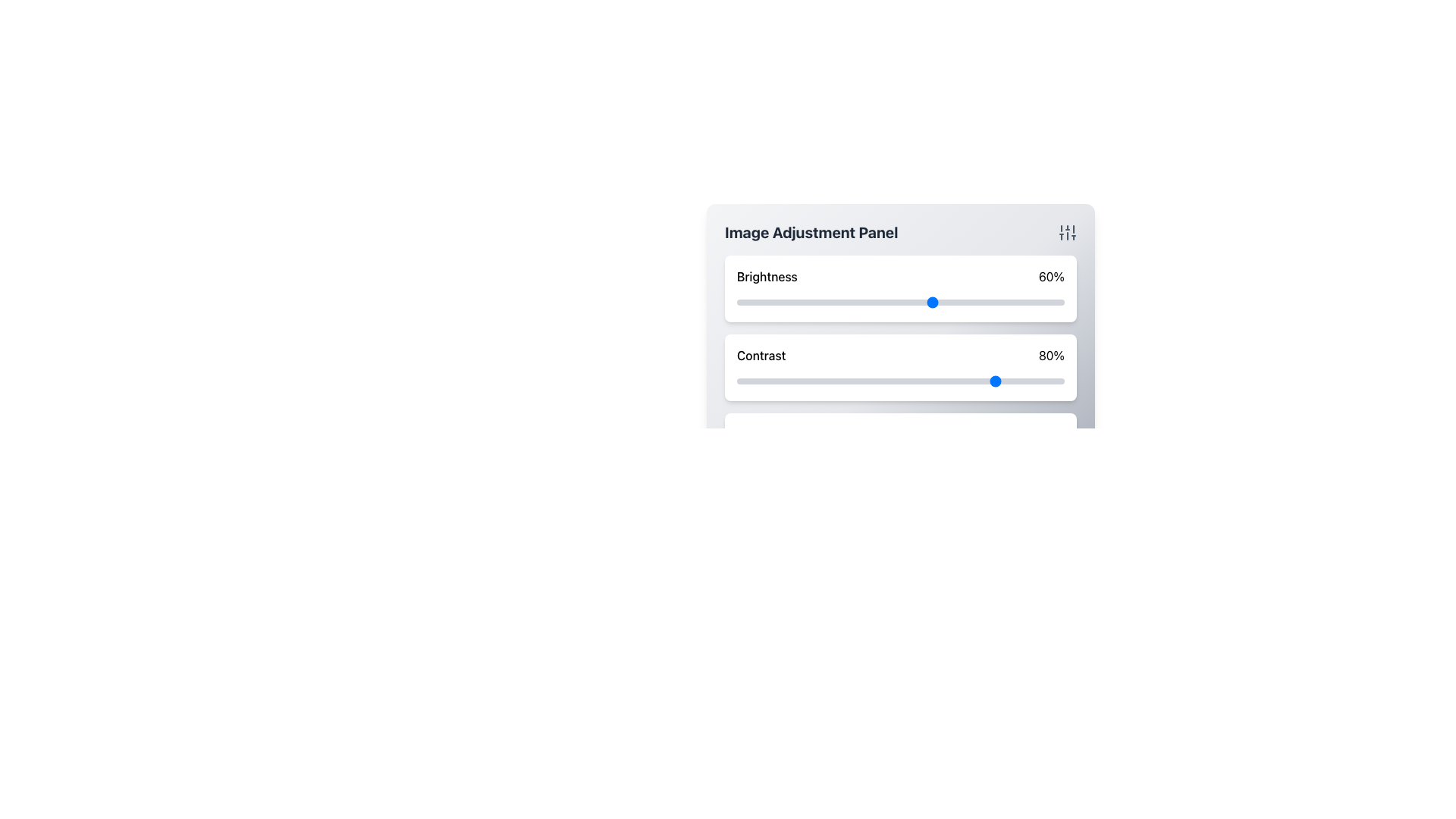  Describe the element at coordinates (792, 380) in the screenshot. I see `contrast` at that location.